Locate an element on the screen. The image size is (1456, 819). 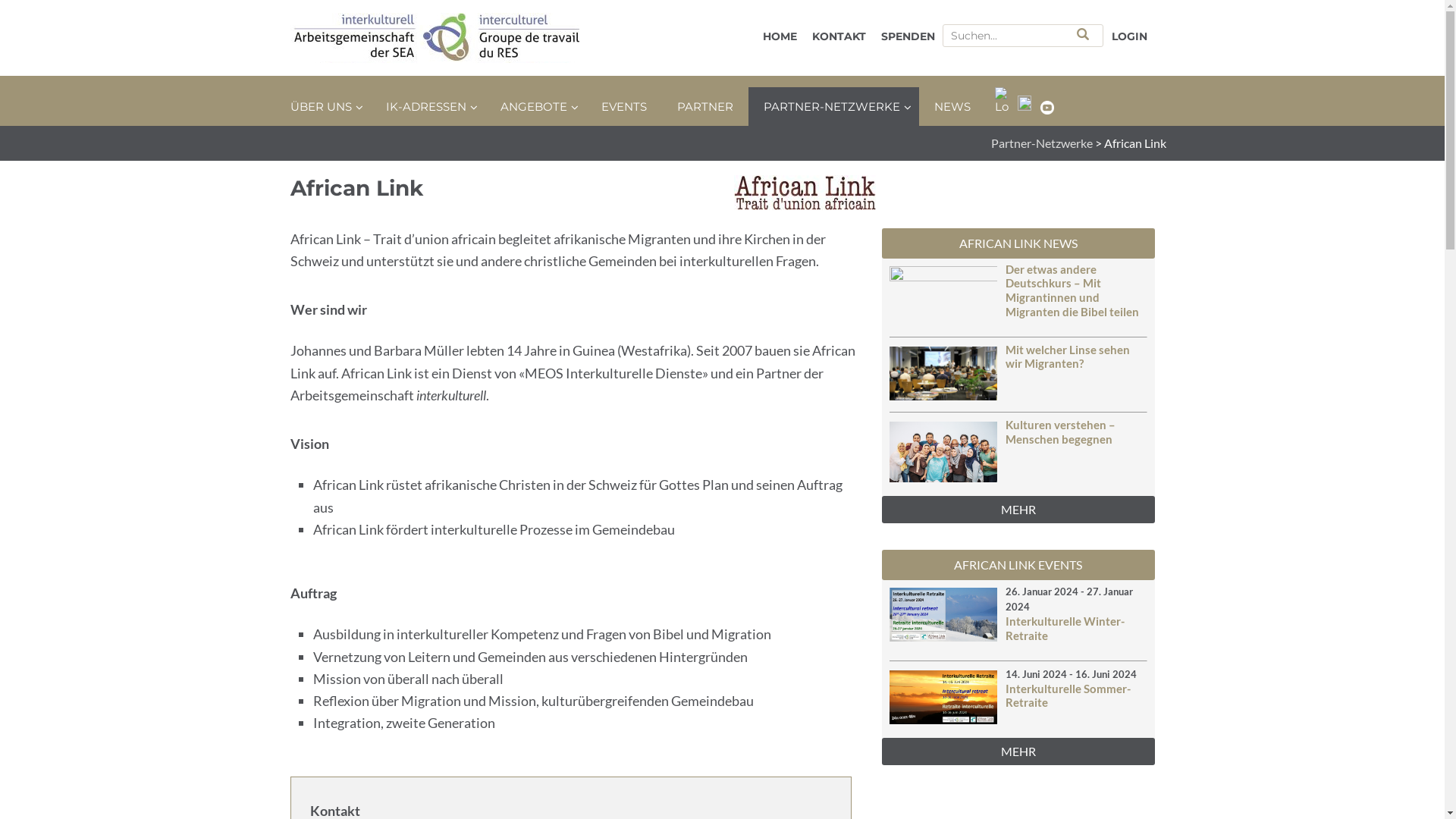
'PARTNER' is located at coordinates (704, 105).